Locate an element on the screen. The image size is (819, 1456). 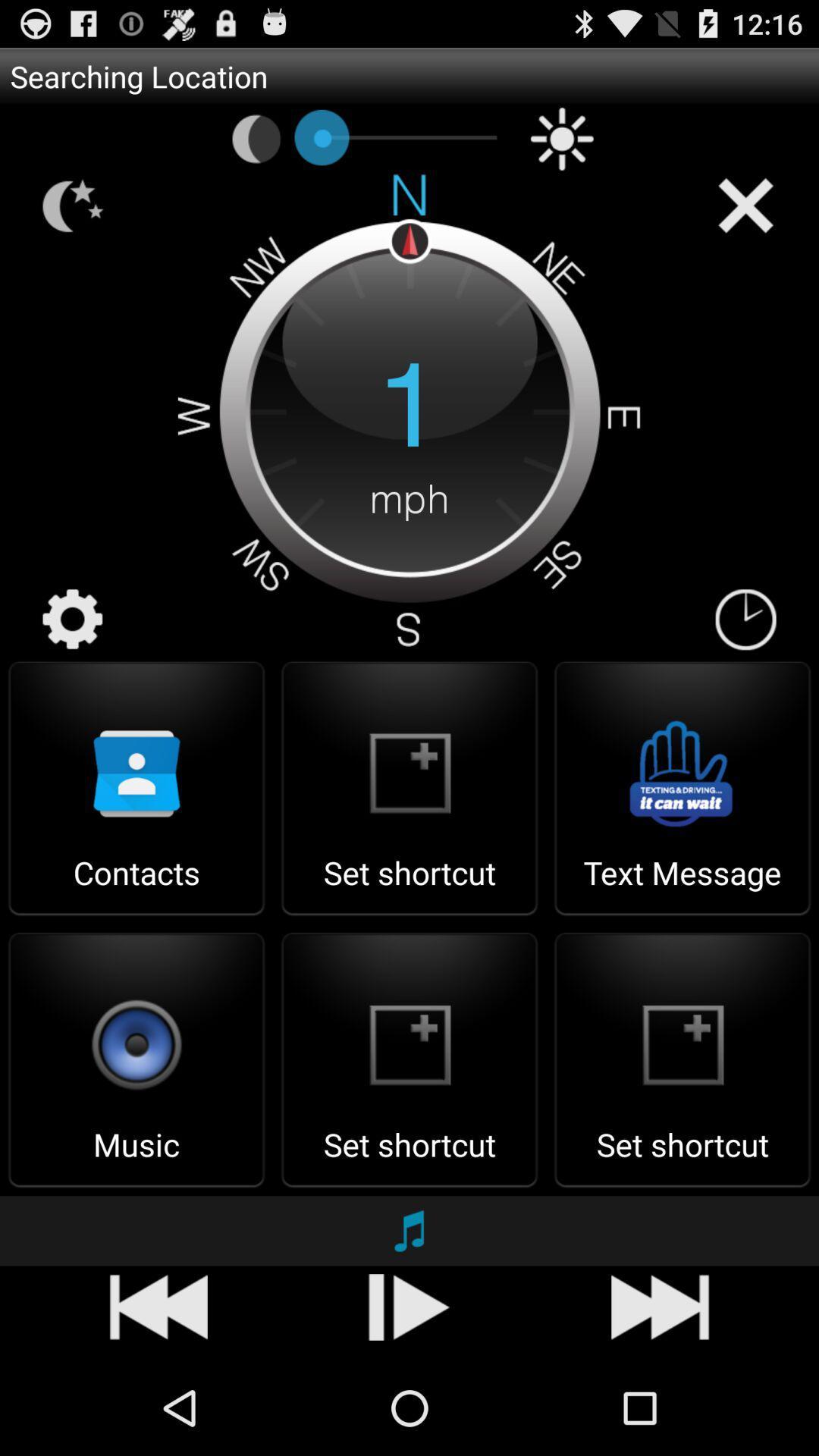
set shortcut is located at coordinates (409, 887).